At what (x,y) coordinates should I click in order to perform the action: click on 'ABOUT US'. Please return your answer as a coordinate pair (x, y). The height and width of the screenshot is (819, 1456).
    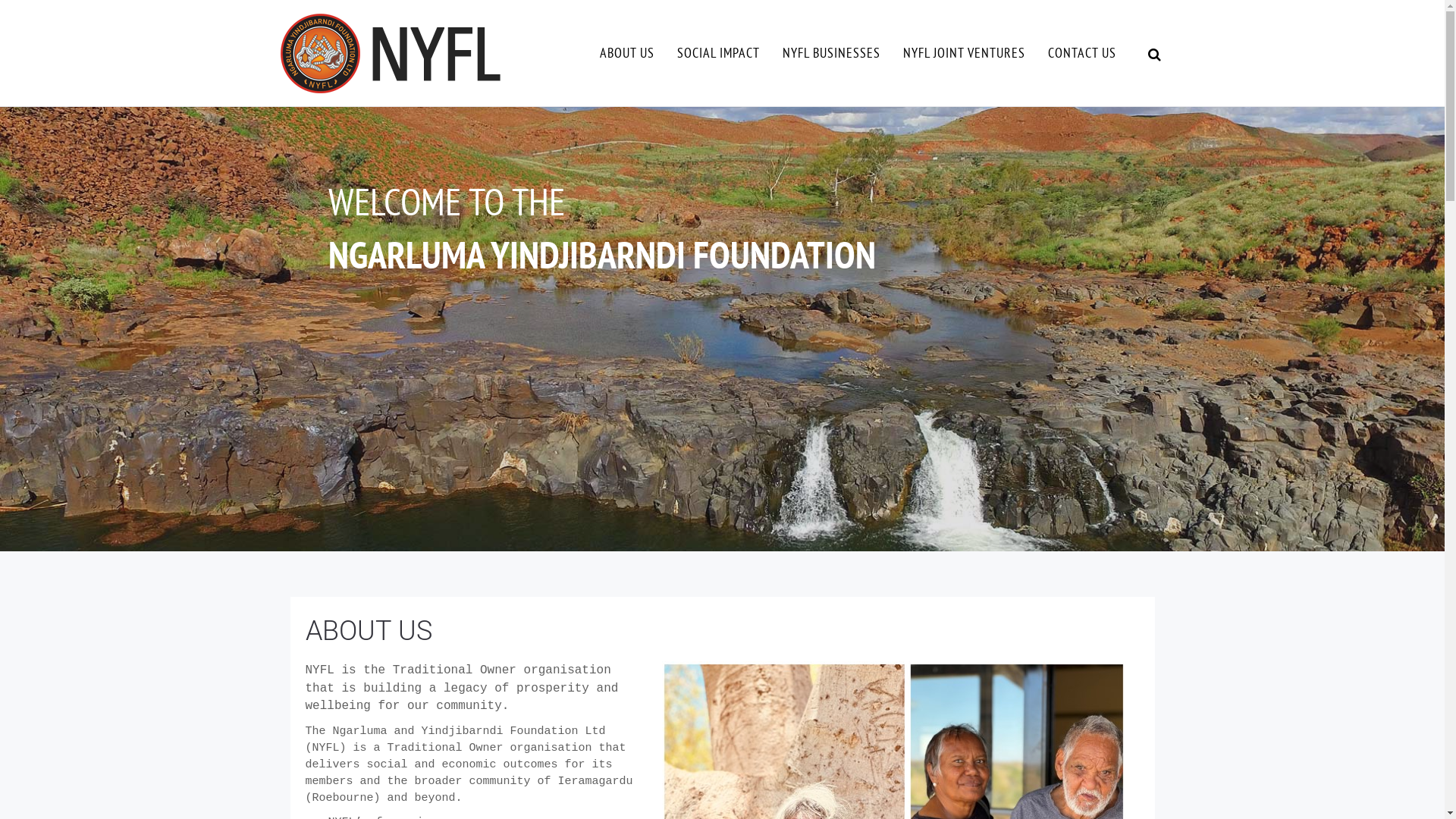
    Looking at the image, I should click on (626, 52).